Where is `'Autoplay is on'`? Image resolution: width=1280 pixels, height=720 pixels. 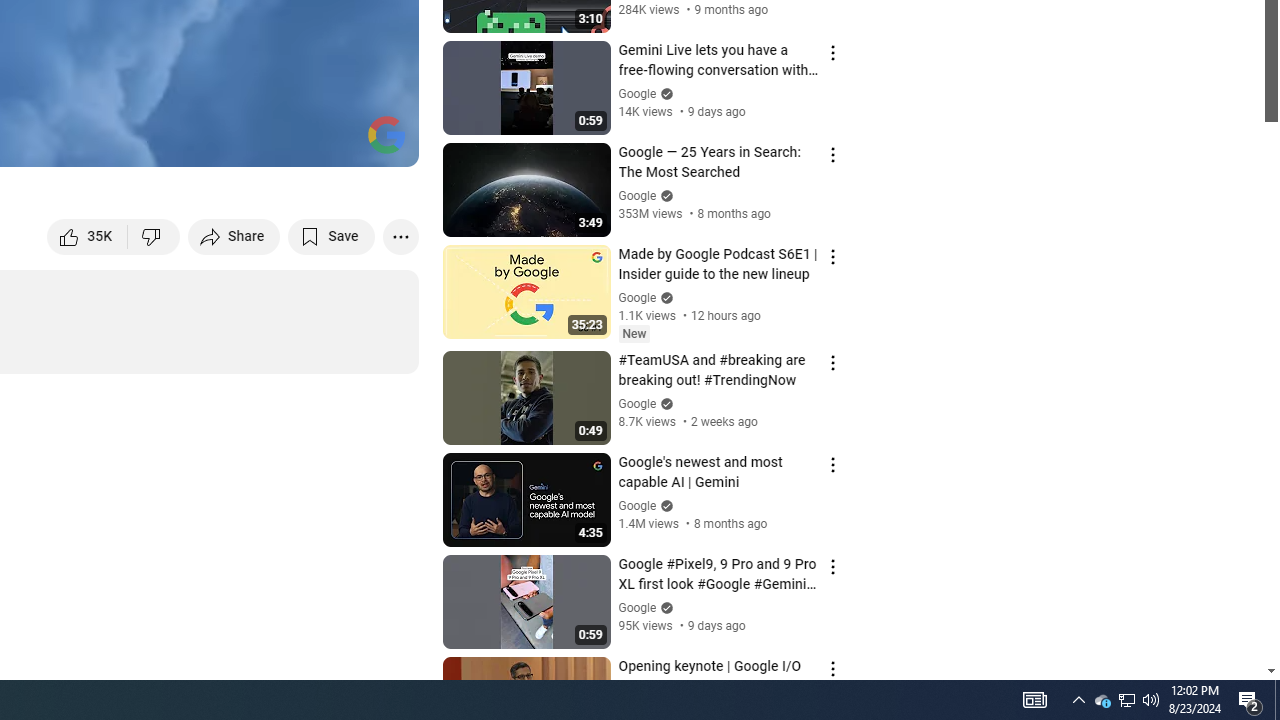
'Autoplay is on' is located at coordinates (141, 141).